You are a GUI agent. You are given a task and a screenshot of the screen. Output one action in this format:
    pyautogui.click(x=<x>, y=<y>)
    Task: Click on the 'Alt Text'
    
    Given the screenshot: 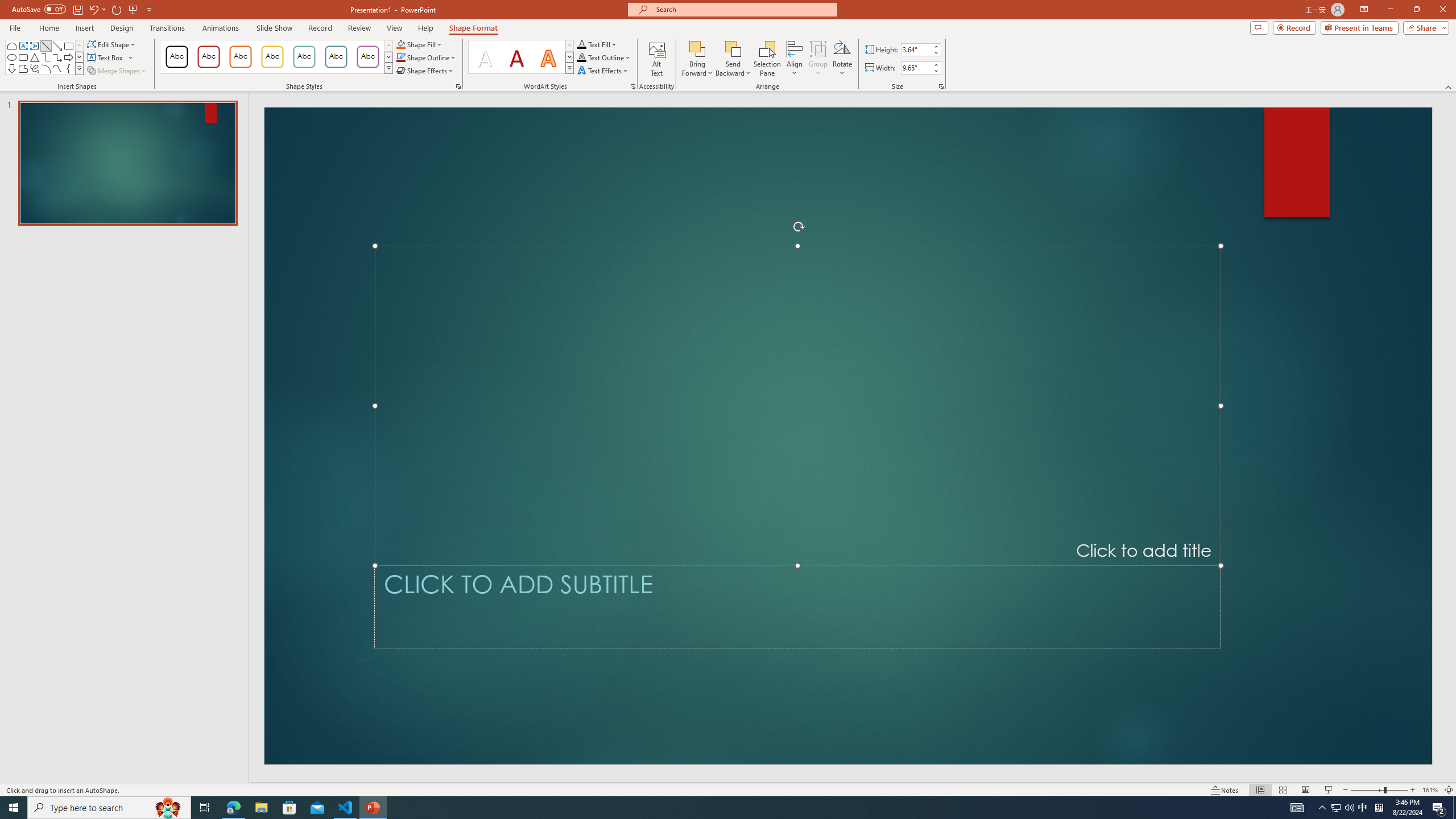 What is the action you would take?
    pyautogui.click(x=656, y=59)
    